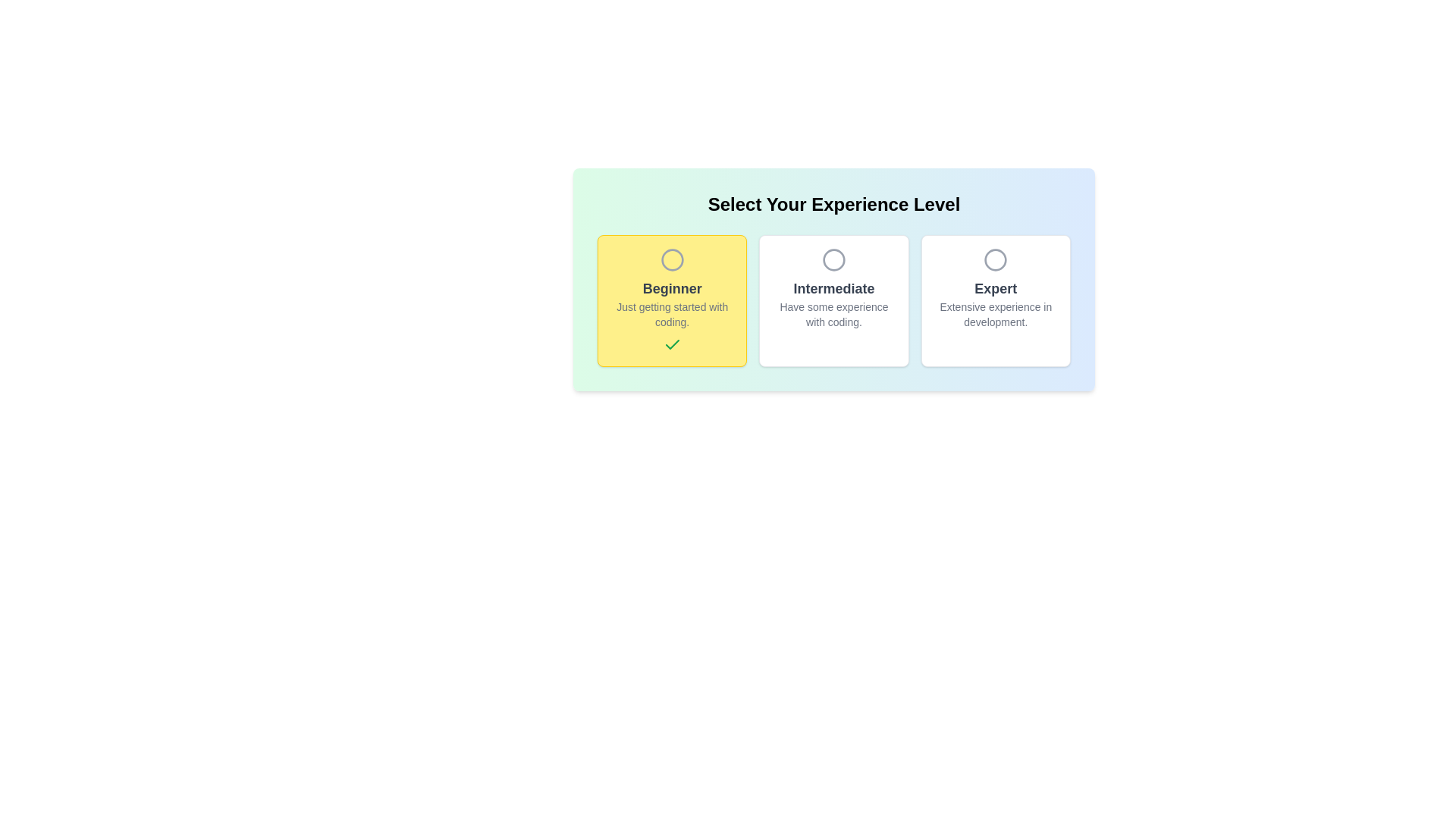 The width and height of the screenshot is (1456, 819). What do you see at coordinates (833, 259) in the screenshot?
I see `the 'Intermediate' selection icon, which is positioned above the text in the 'Intermediate' card and serves as the unselected state in a multiple-choice component` at bounding box center [833, 259].